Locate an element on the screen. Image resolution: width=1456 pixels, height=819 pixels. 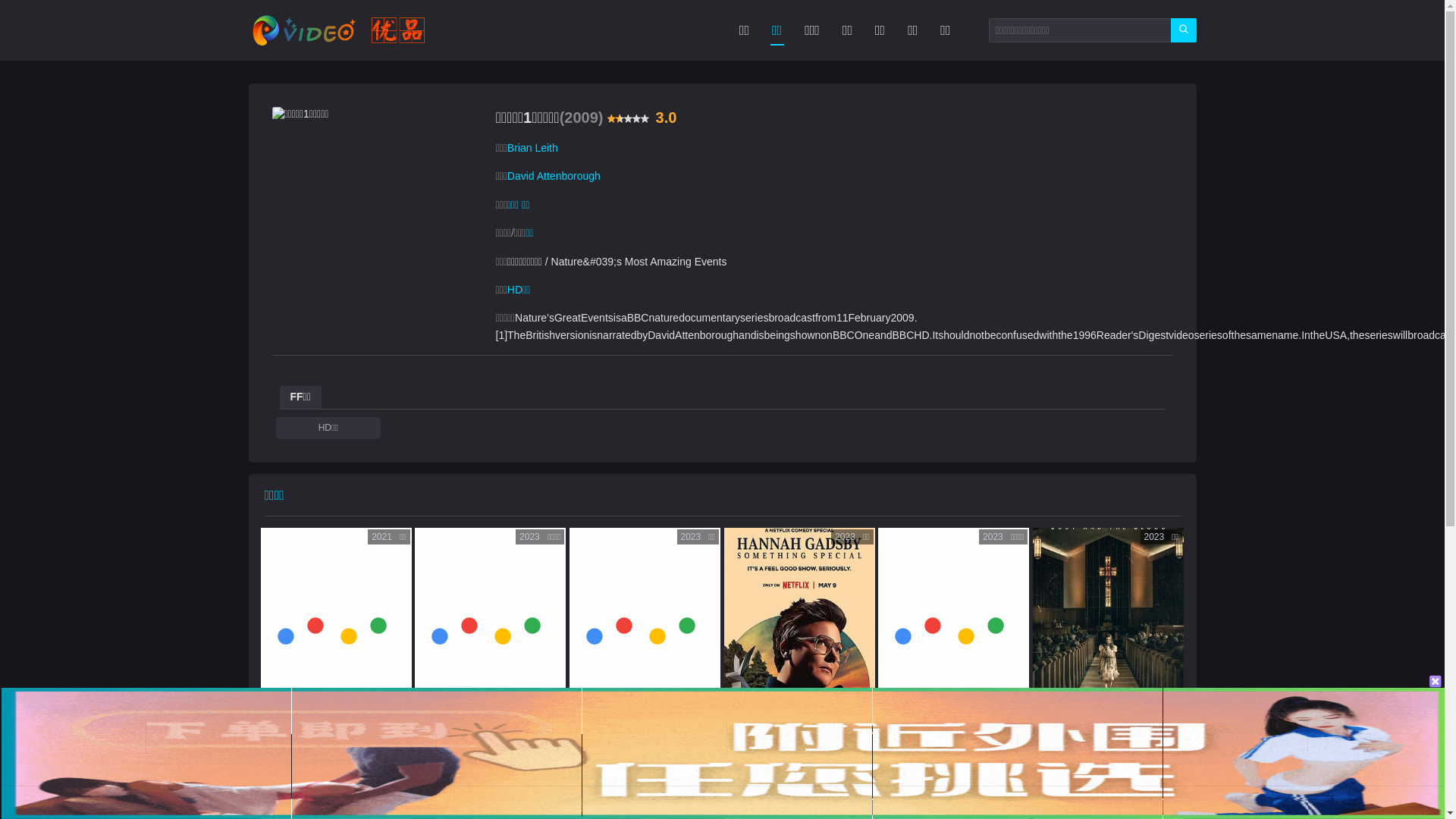
'David Attenborough' is located at coordinates (553, 174).